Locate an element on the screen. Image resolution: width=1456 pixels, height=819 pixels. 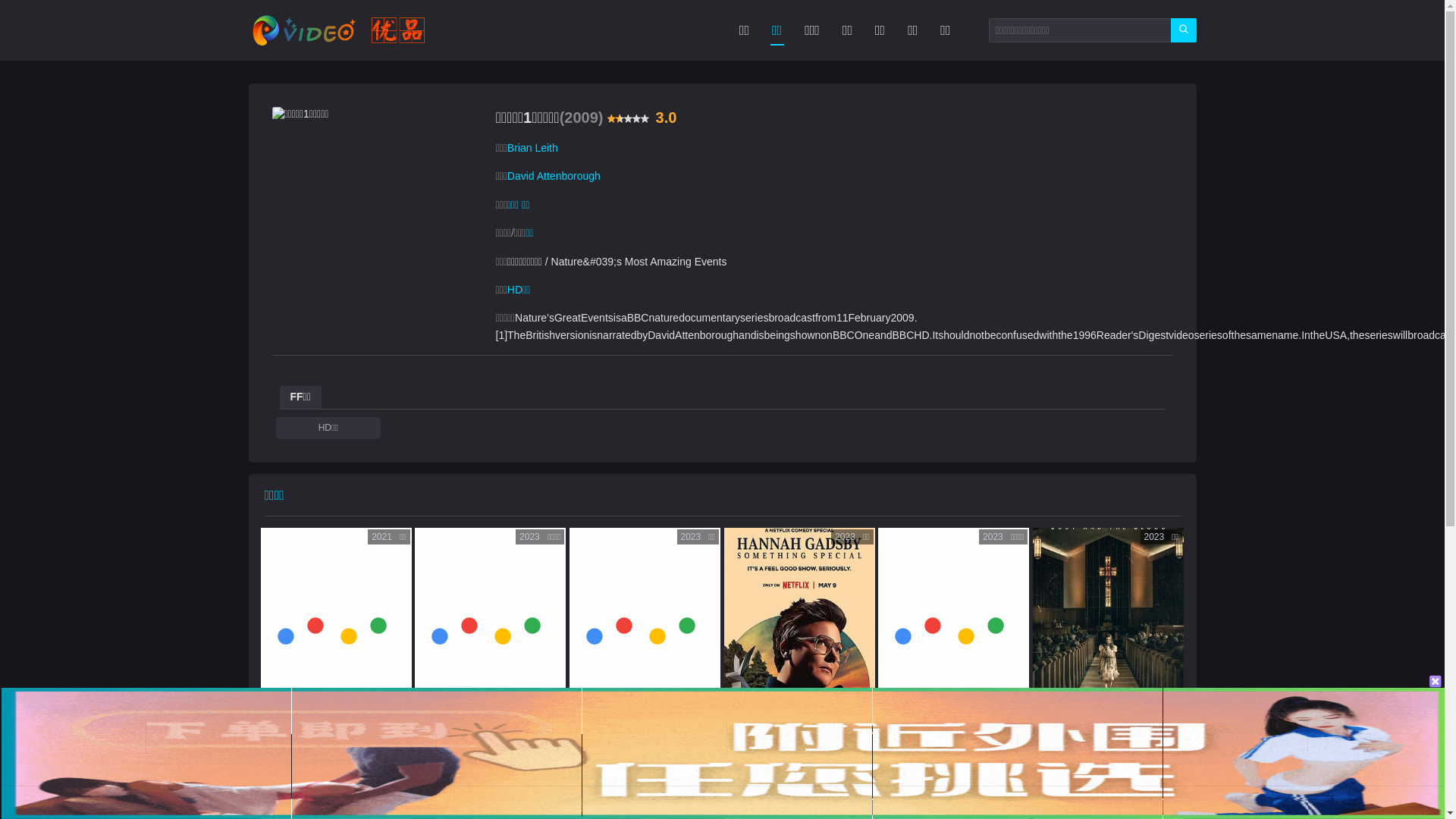
'David Attenborough' is located at coordinates (553, 174).